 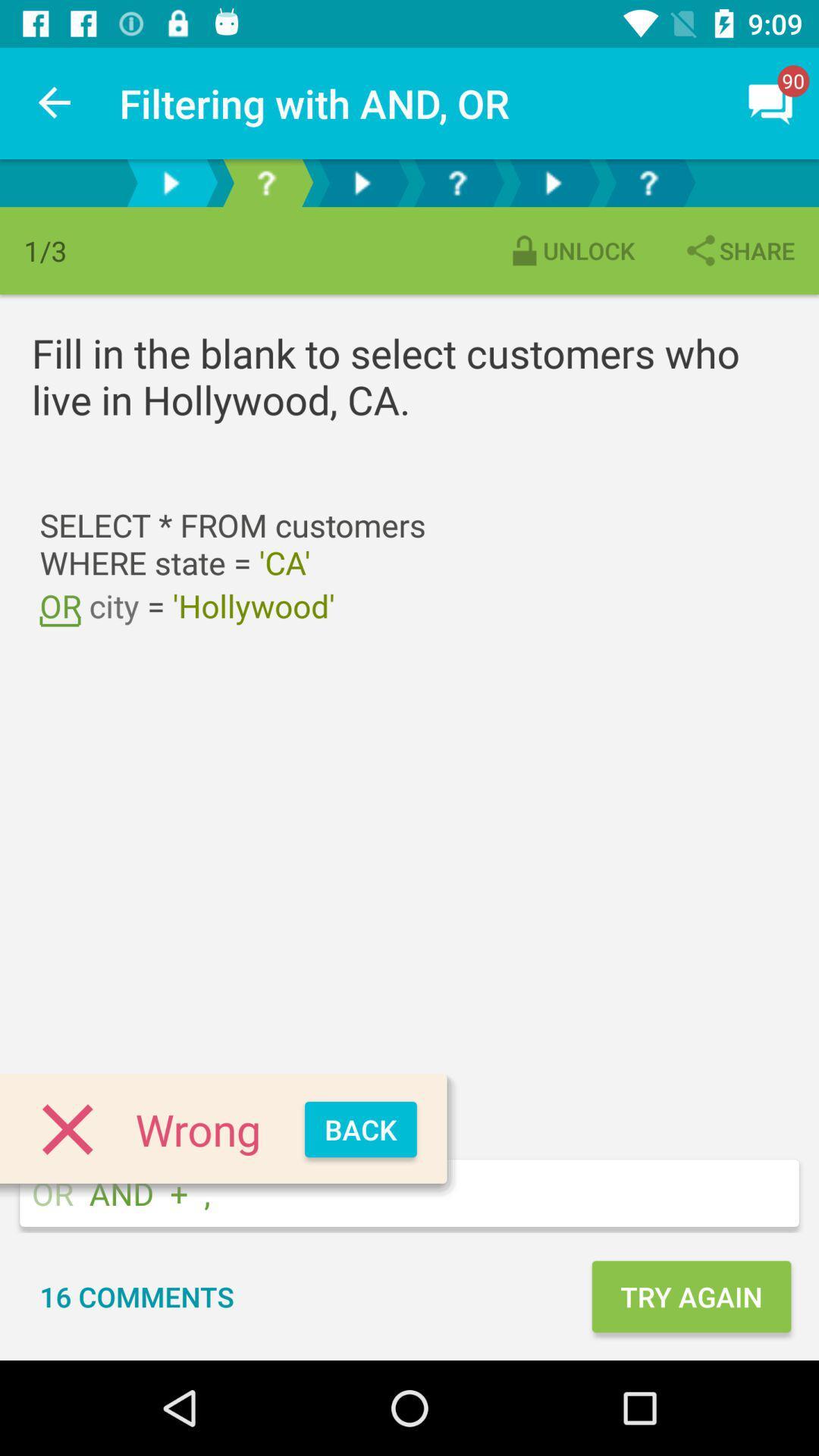 What do you see at coordinates (265, 182) in the screenshot?
I see `the help icon` at bounding box center [265, 182].